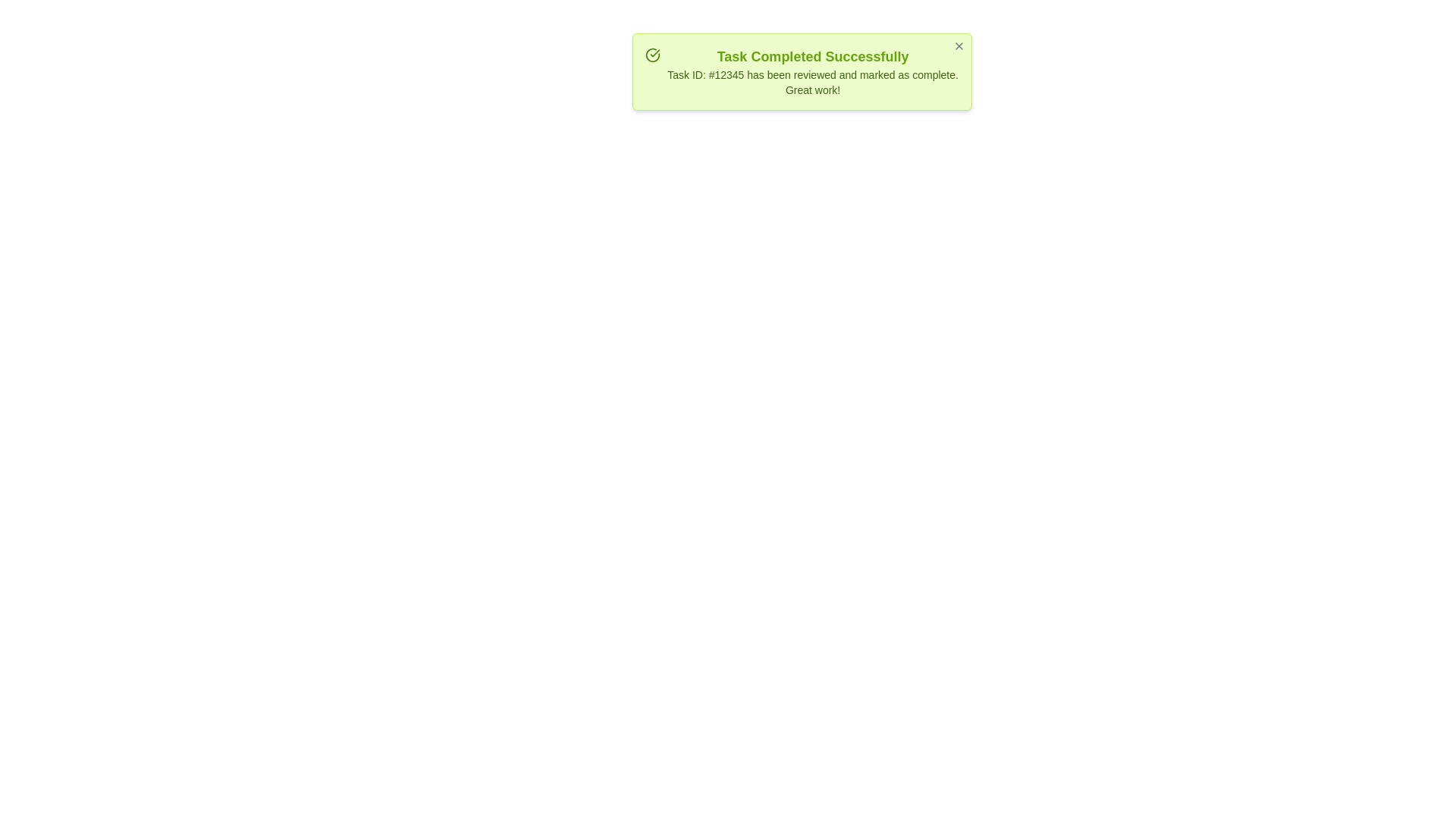 This screenshot has width=1456, height=819. What do you see at coordinates (652, 55) in the screenshot?
I see `the icon to observe its behavior` at bounding box center [652, 55].